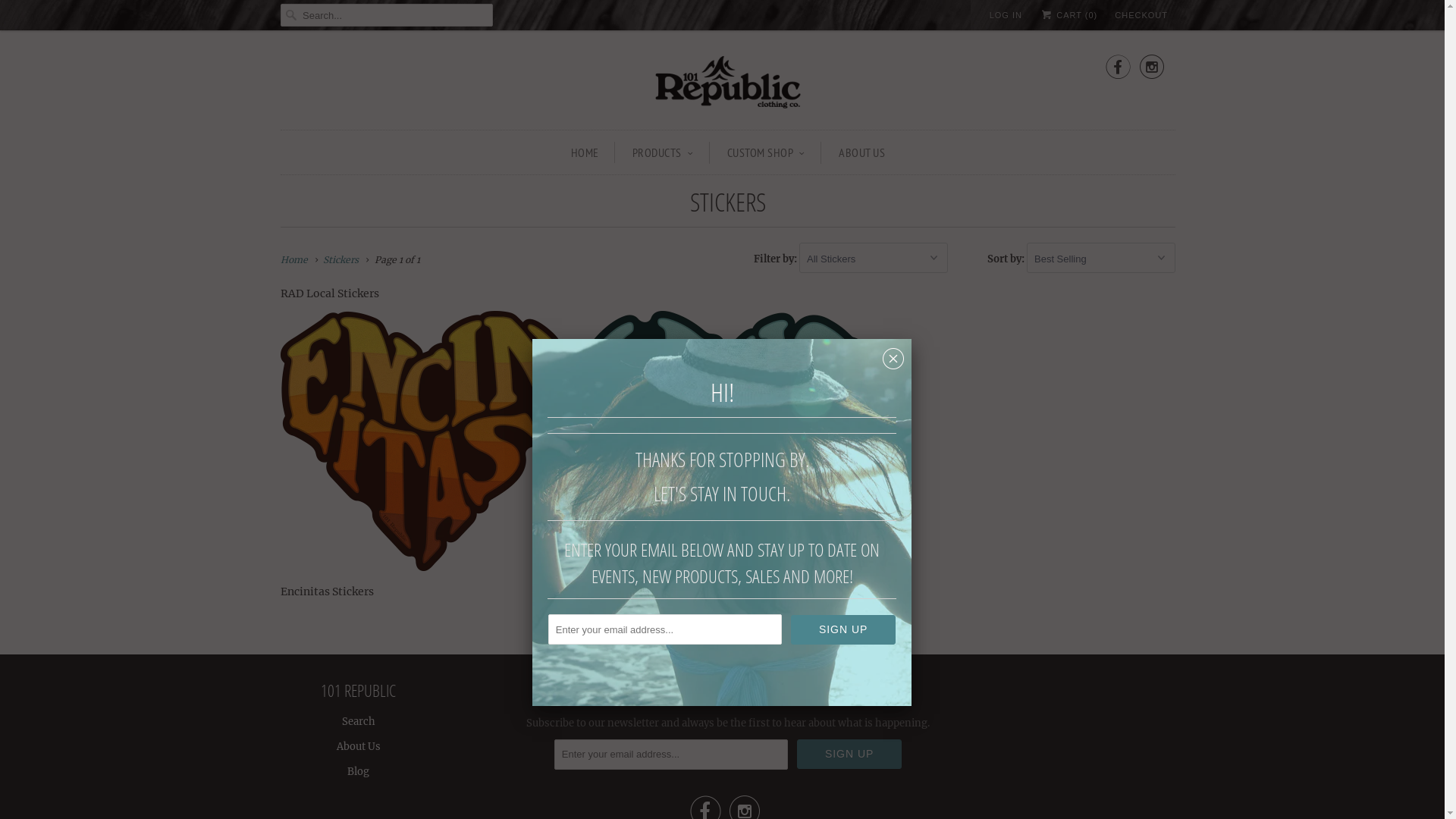 The height and width of the screenshot is (819, 1456). I want to click on 'About Us', so click(358, 745).